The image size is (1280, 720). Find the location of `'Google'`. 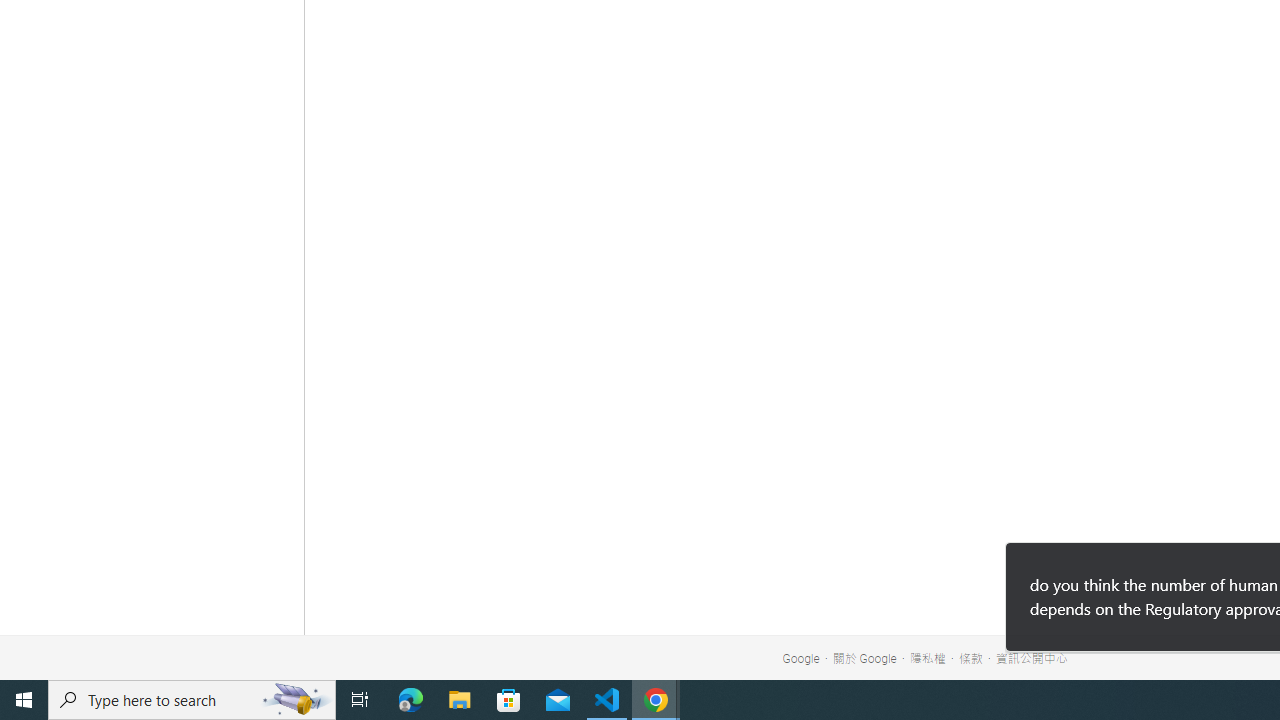

'Google' is located at coordinates (801, 659).